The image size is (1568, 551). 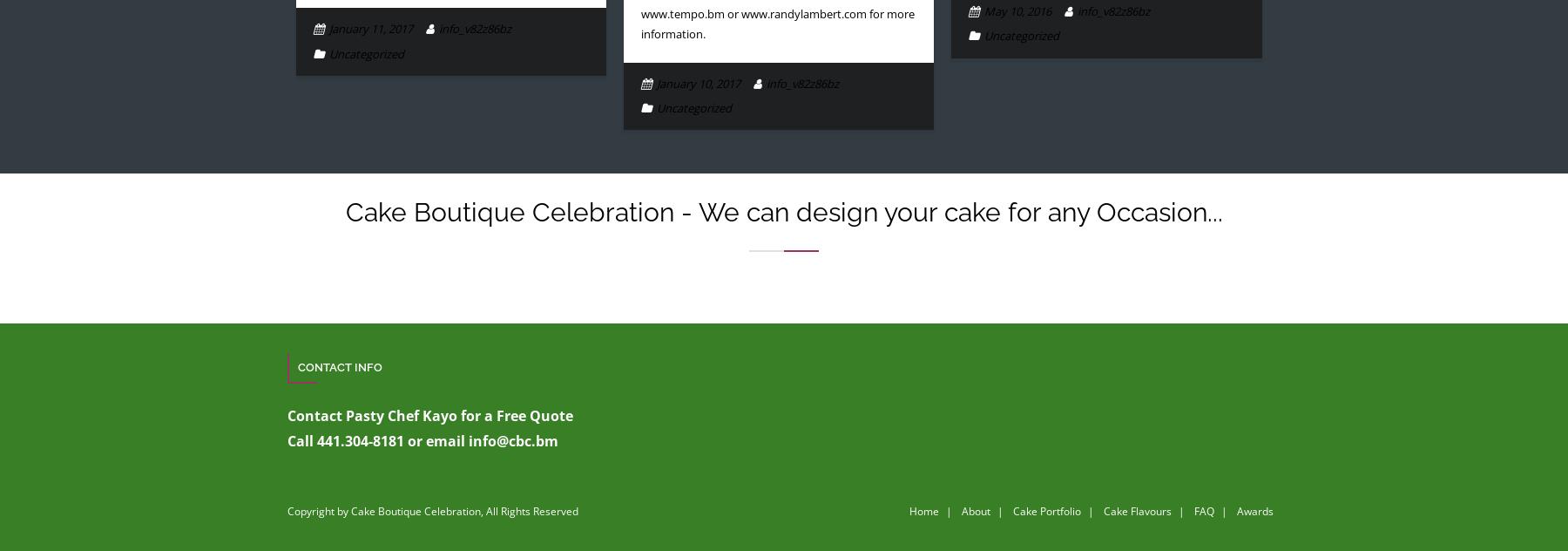 What do you see at coordinates (983, 11) in the screenshot?
I see `'May 10, 2016'` at bounding box center [983, 11].